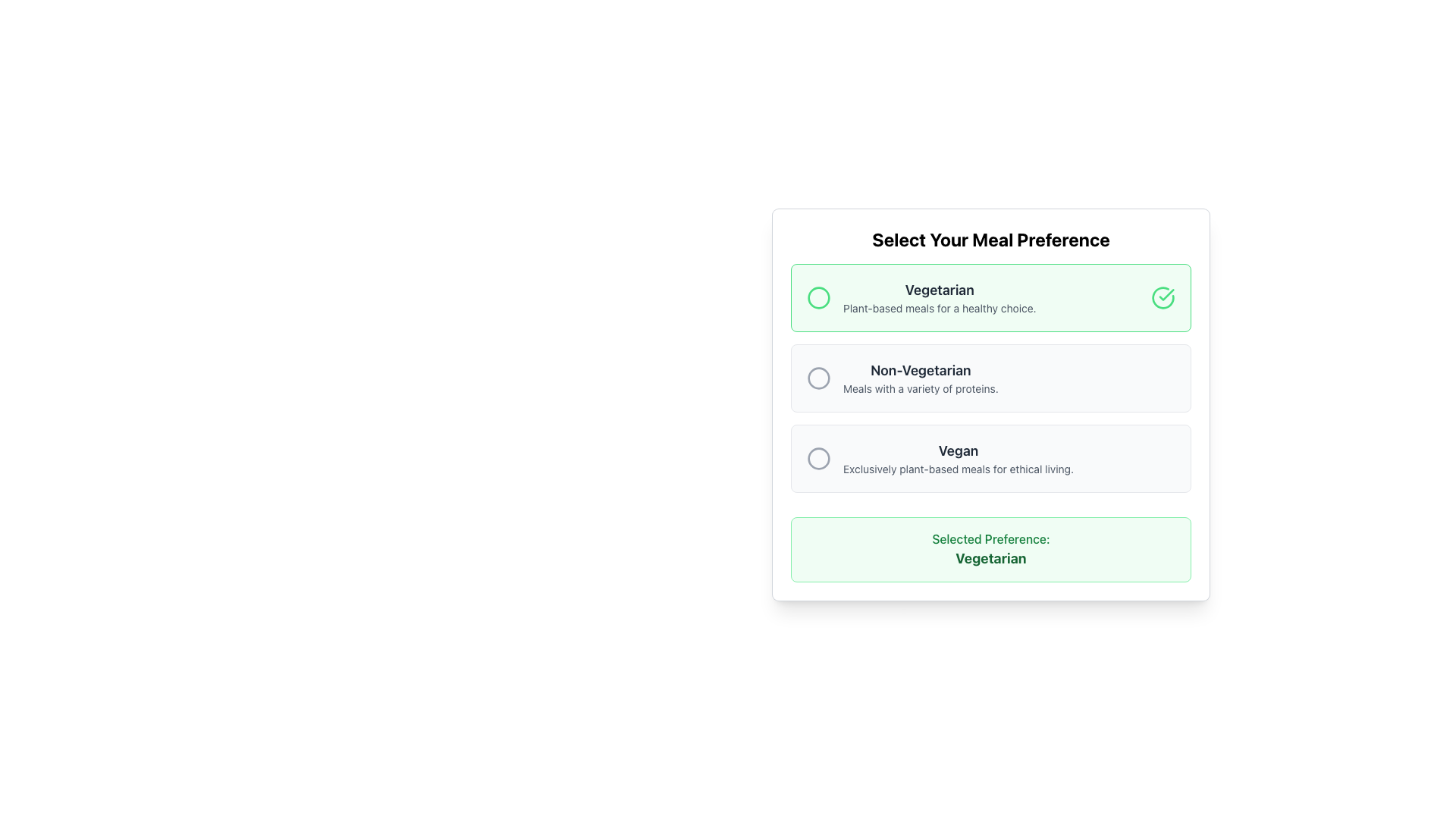  Describe the element at coordinates (818, 458) in the screenshot. I see `the visual indicator for the 'Vegan' option located at the top-left corner of the selection box labeled 'Vegan: Exclusively plant-based meals for ethical living.'` at that location.